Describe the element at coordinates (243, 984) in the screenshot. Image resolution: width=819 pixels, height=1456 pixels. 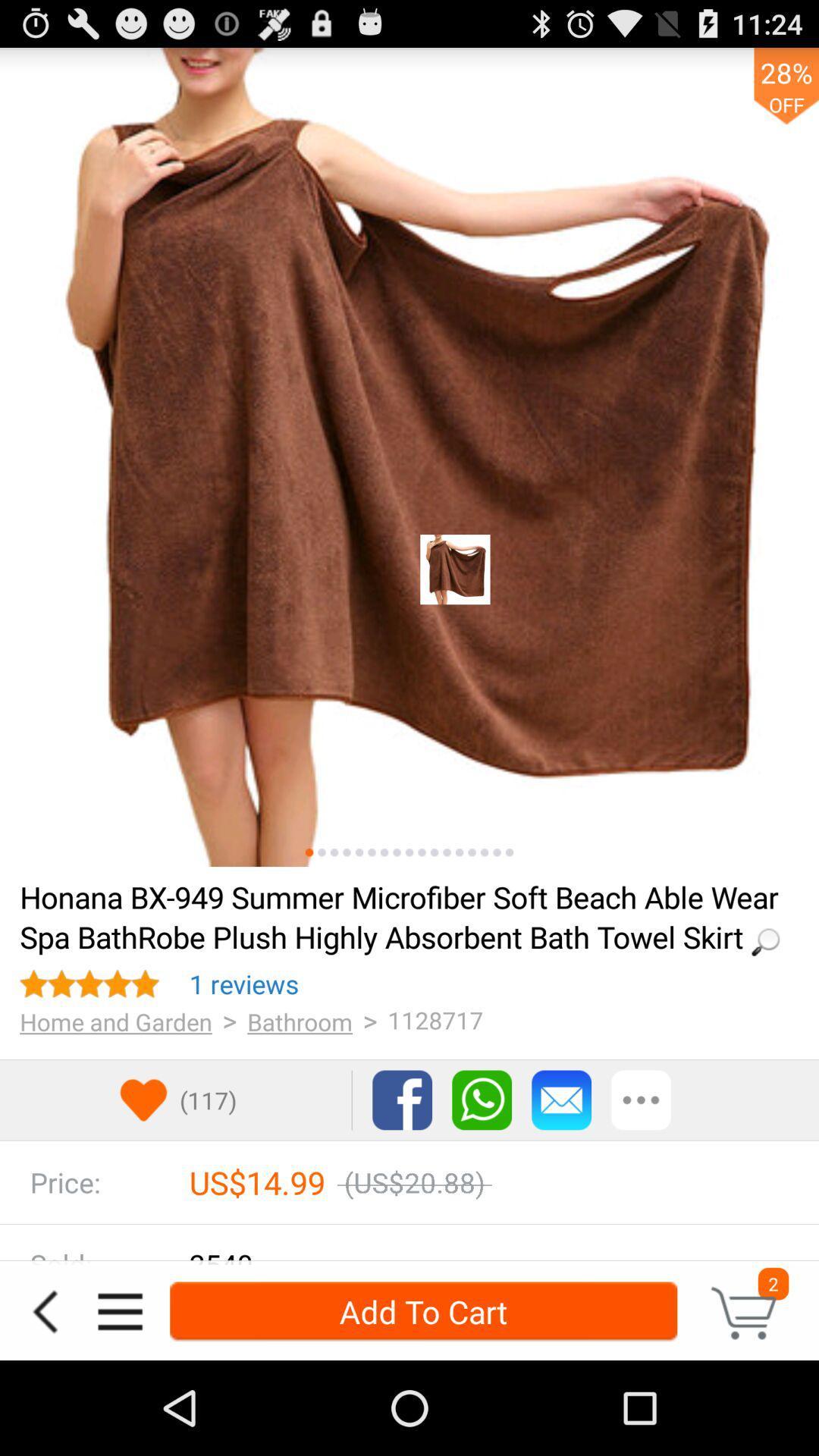
I see `the icon to the left of >` at that location.